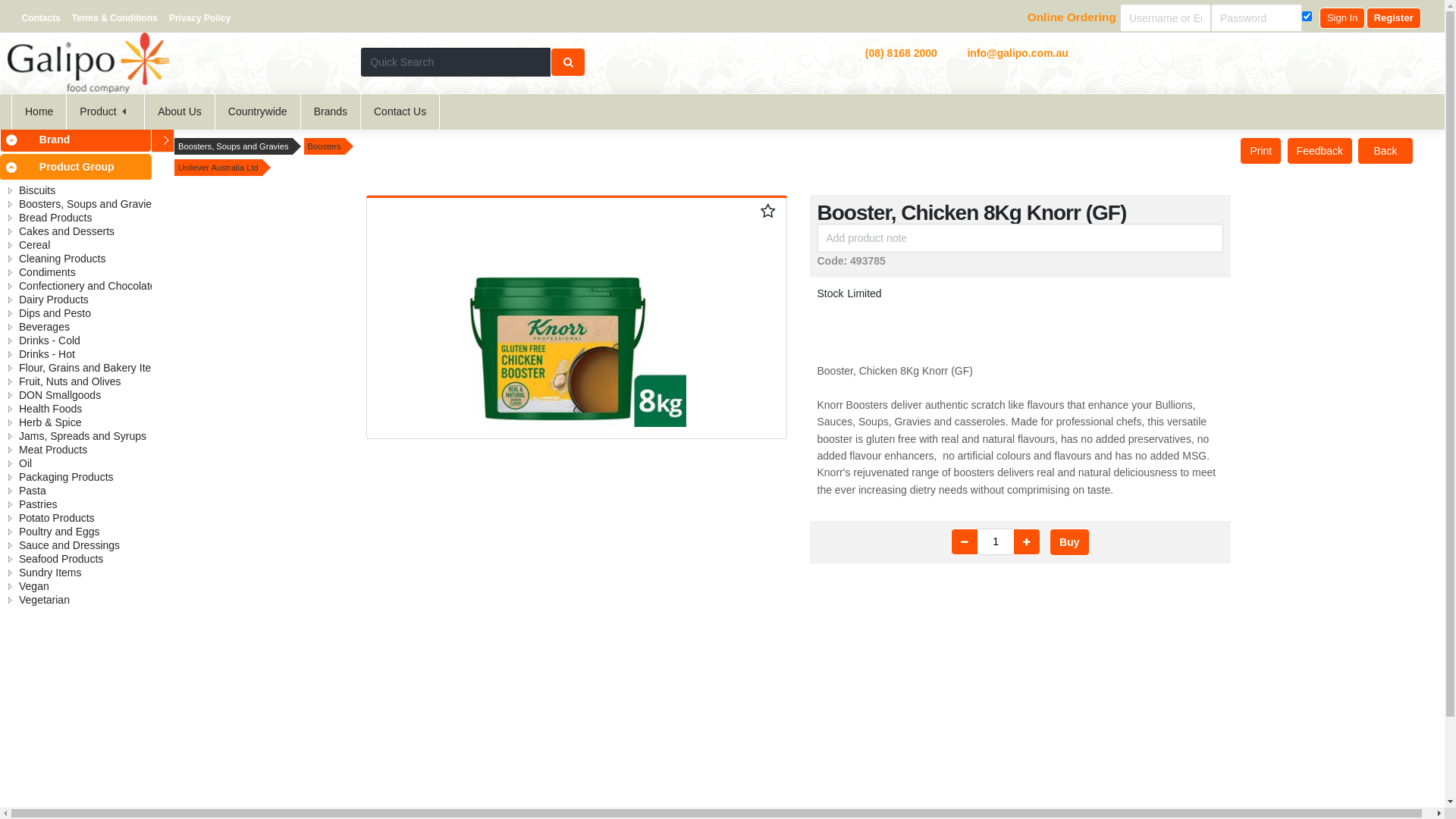  Describe the element at coordinates (82, 435) in the screenshot. I see `'Jams, Spreads and Syrups'` at that location.